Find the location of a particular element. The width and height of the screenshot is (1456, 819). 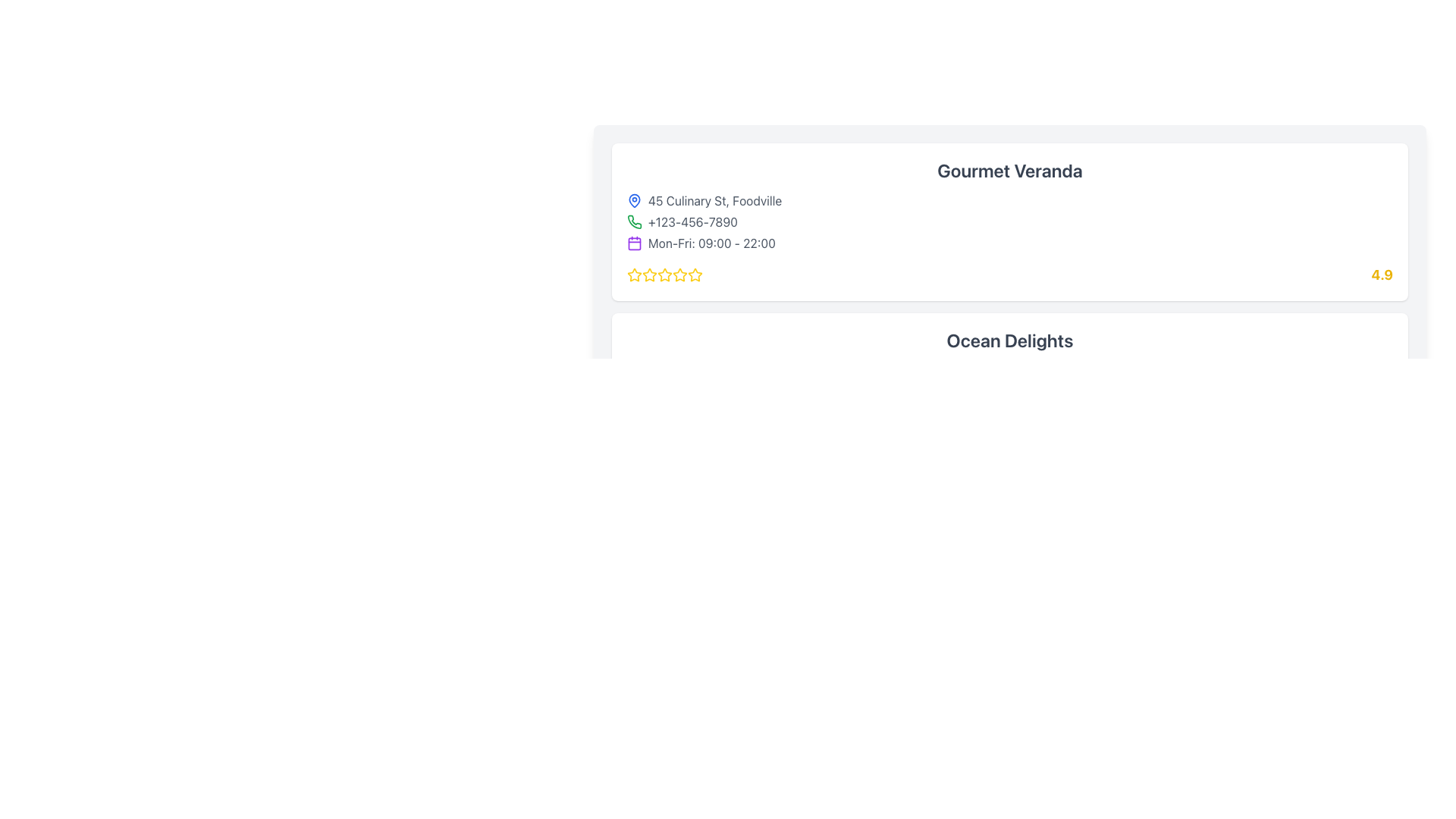

the first rating star icon located at the bottom of the 'Gourmet Veranda' box is located at coordinates (634, 275).